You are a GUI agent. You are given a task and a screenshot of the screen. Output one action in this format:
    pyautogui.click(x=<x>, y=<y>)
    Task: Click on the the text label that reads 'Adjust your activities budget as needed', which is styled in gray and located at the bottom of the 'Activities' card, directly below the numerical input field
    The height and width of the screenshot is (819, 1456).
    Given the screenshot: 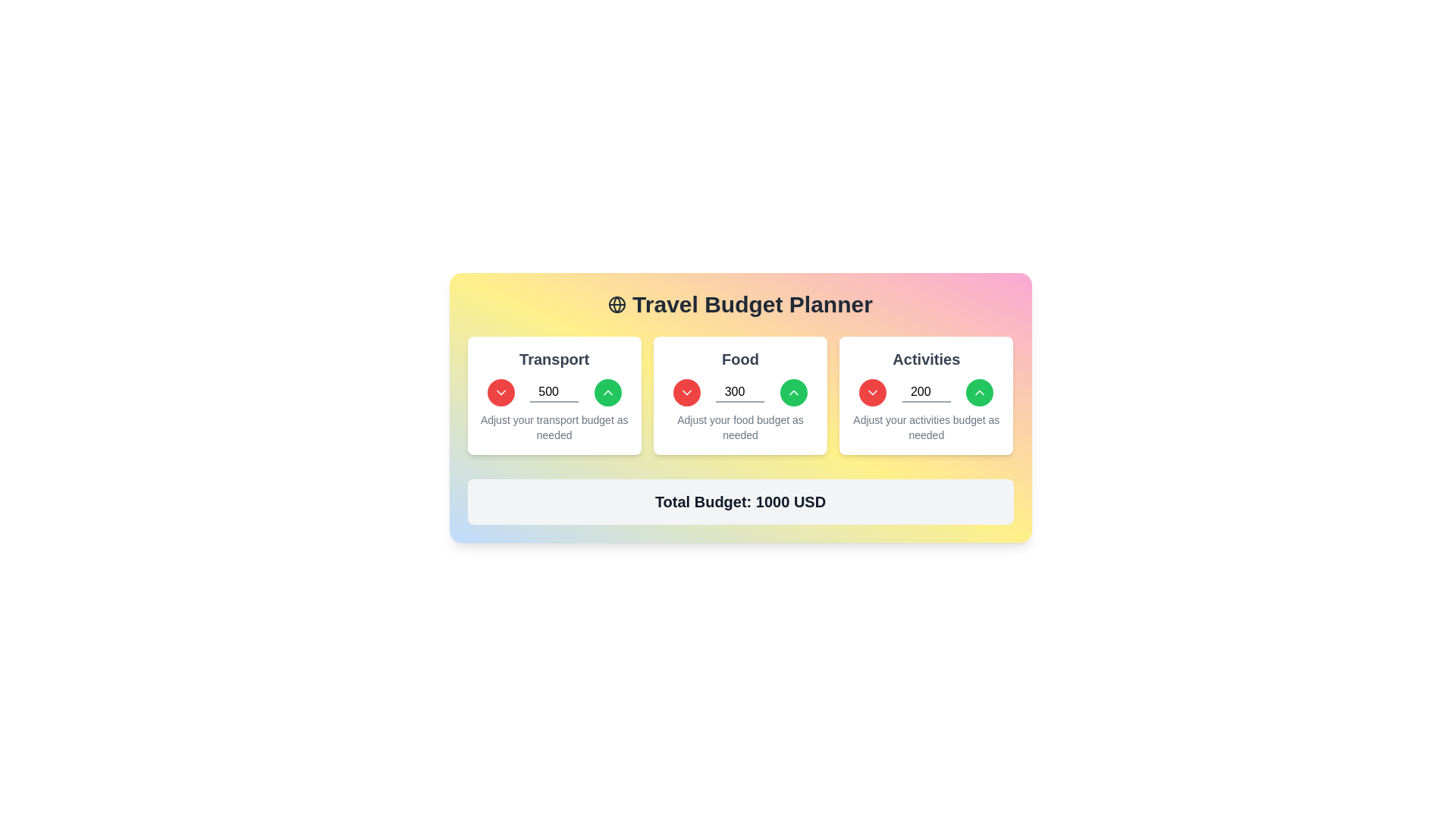 What is the action you would take?
    pyautogui.click(x=925, y=427)
    